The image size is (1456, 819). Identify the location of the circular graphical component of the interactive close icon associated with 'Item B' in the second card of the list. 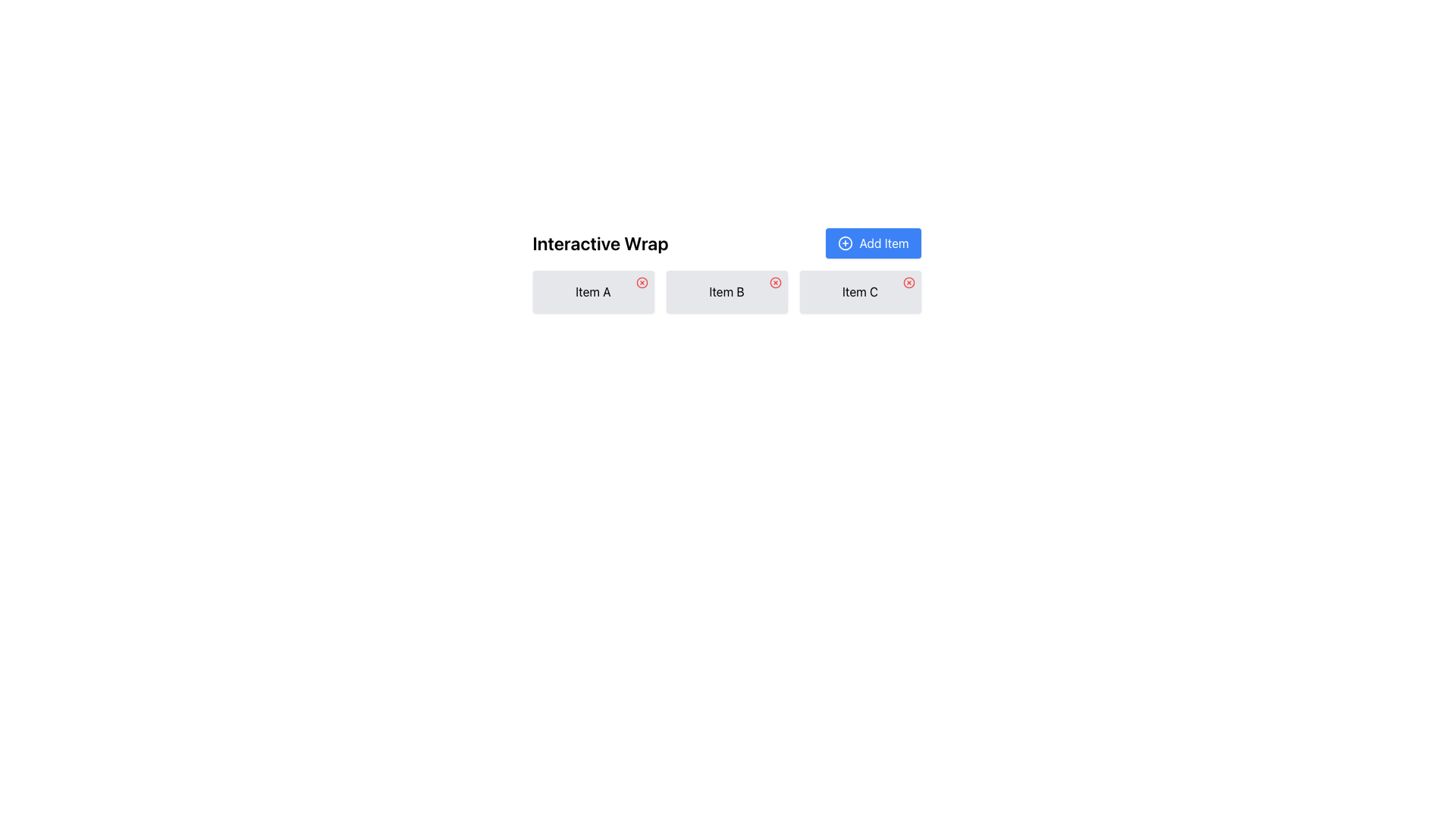
(775, 283).